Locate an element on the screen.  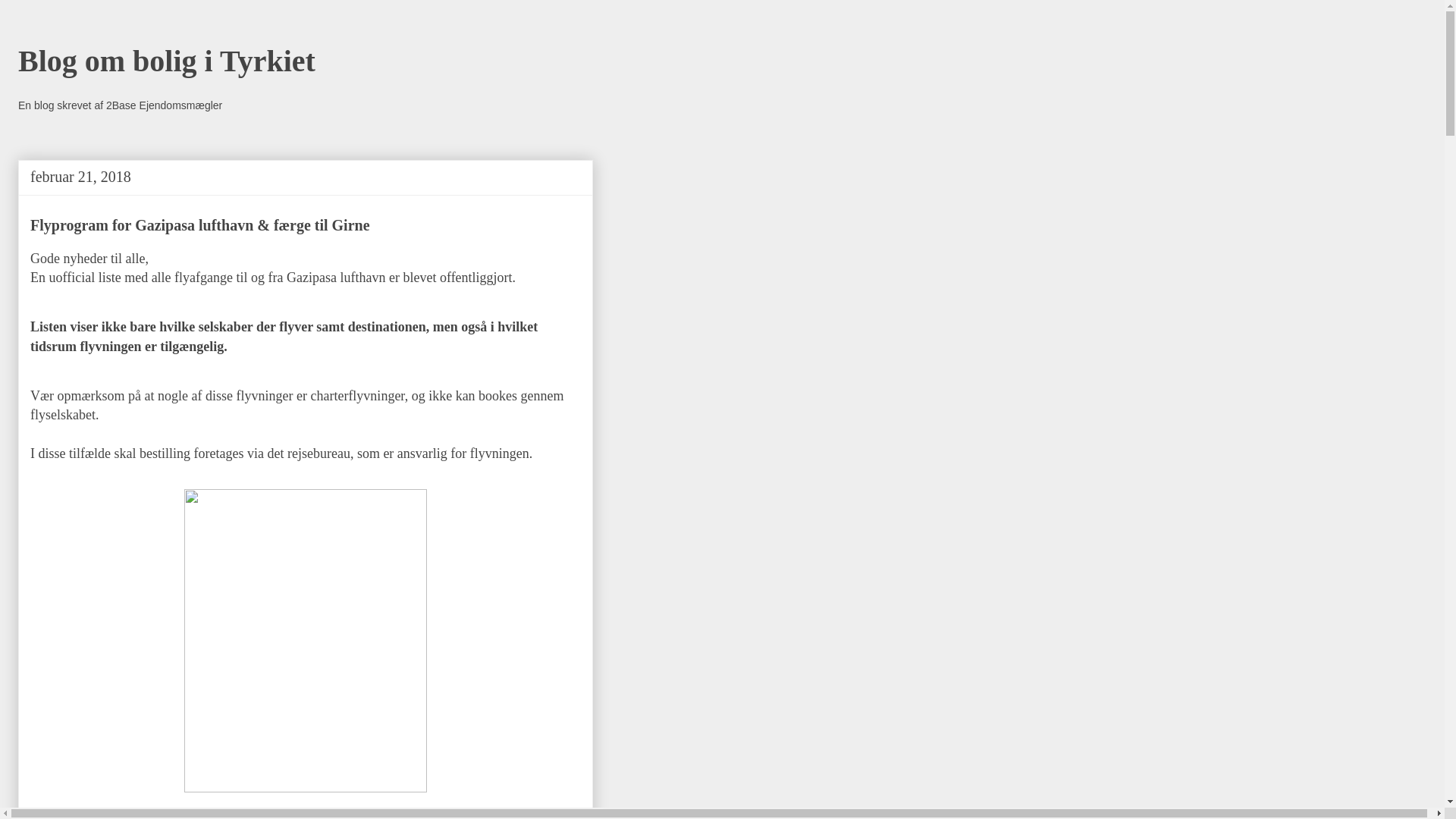
'Blog om bolig i Tyrkiet' is located at coordinates (167, 60).